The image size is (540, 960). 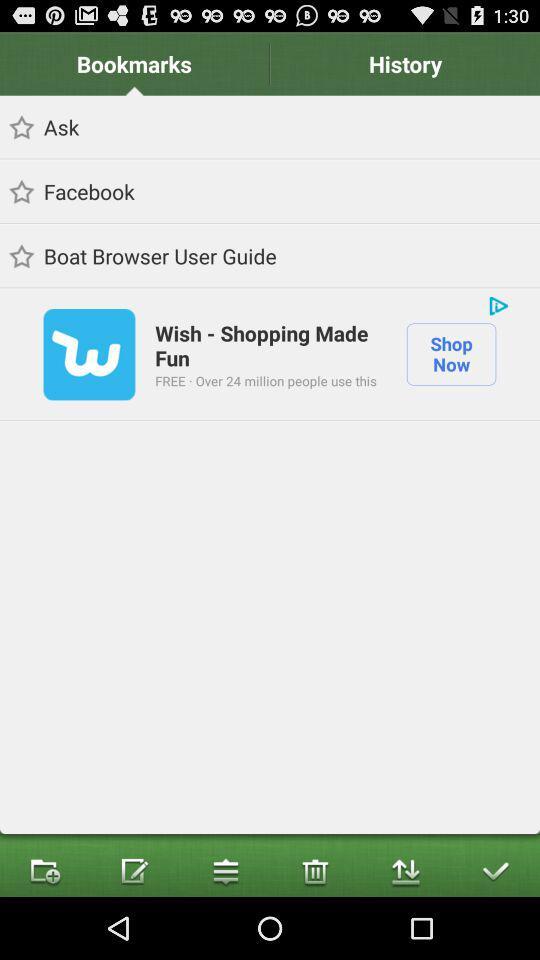 What do you see at coordinates (266, 379) in the screenshot?
I see `app next to the shop now item` at bounding box center [266, 379].